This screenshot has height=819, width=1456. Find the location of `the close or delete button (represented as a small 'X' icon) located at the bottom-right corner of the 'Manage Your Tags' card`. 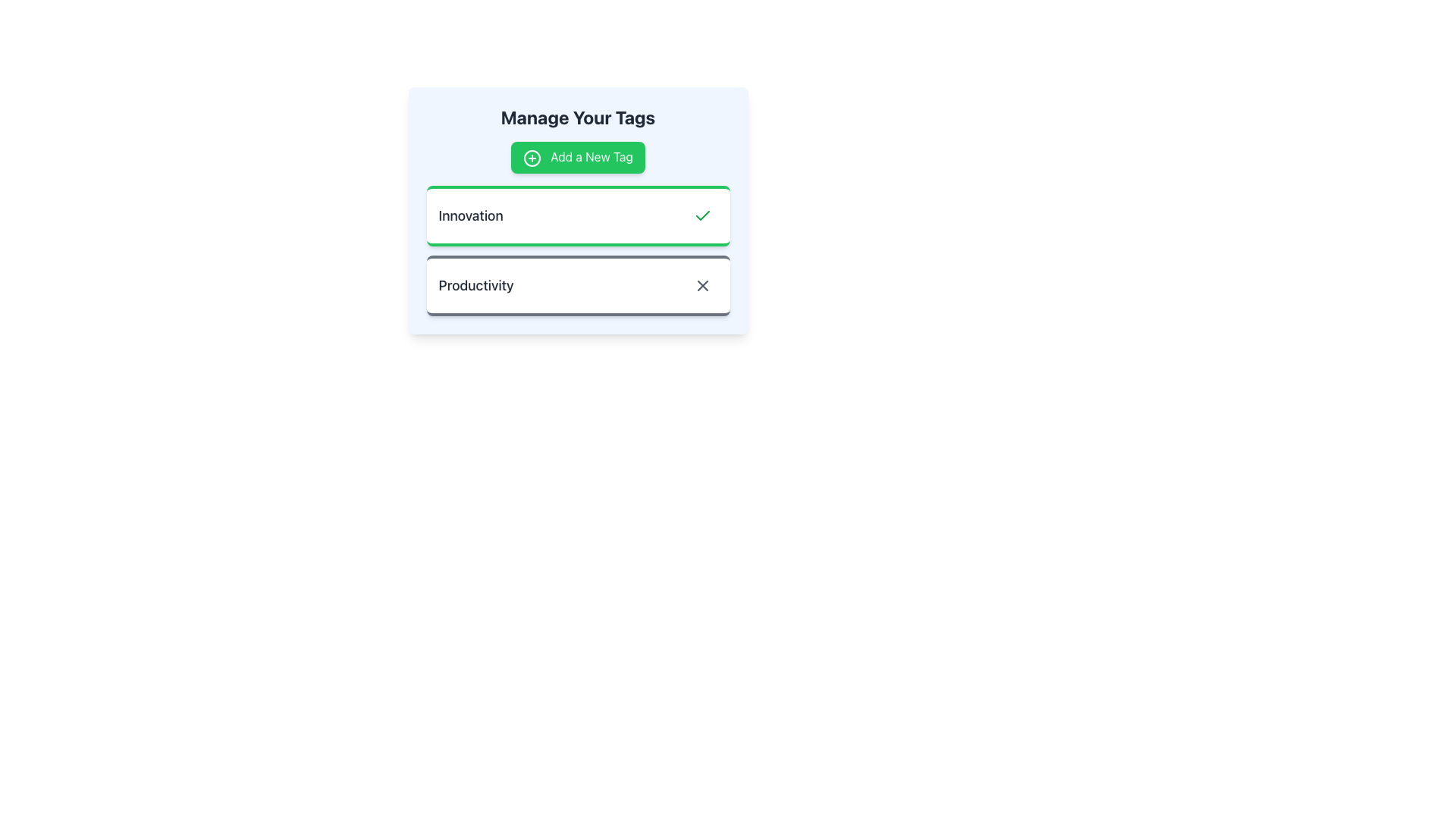

the close or delete button (represented as a small 'X' icon) located at the bottom-right corner of the 'Manage Your Tags' card is located at coordinates (701, 285).